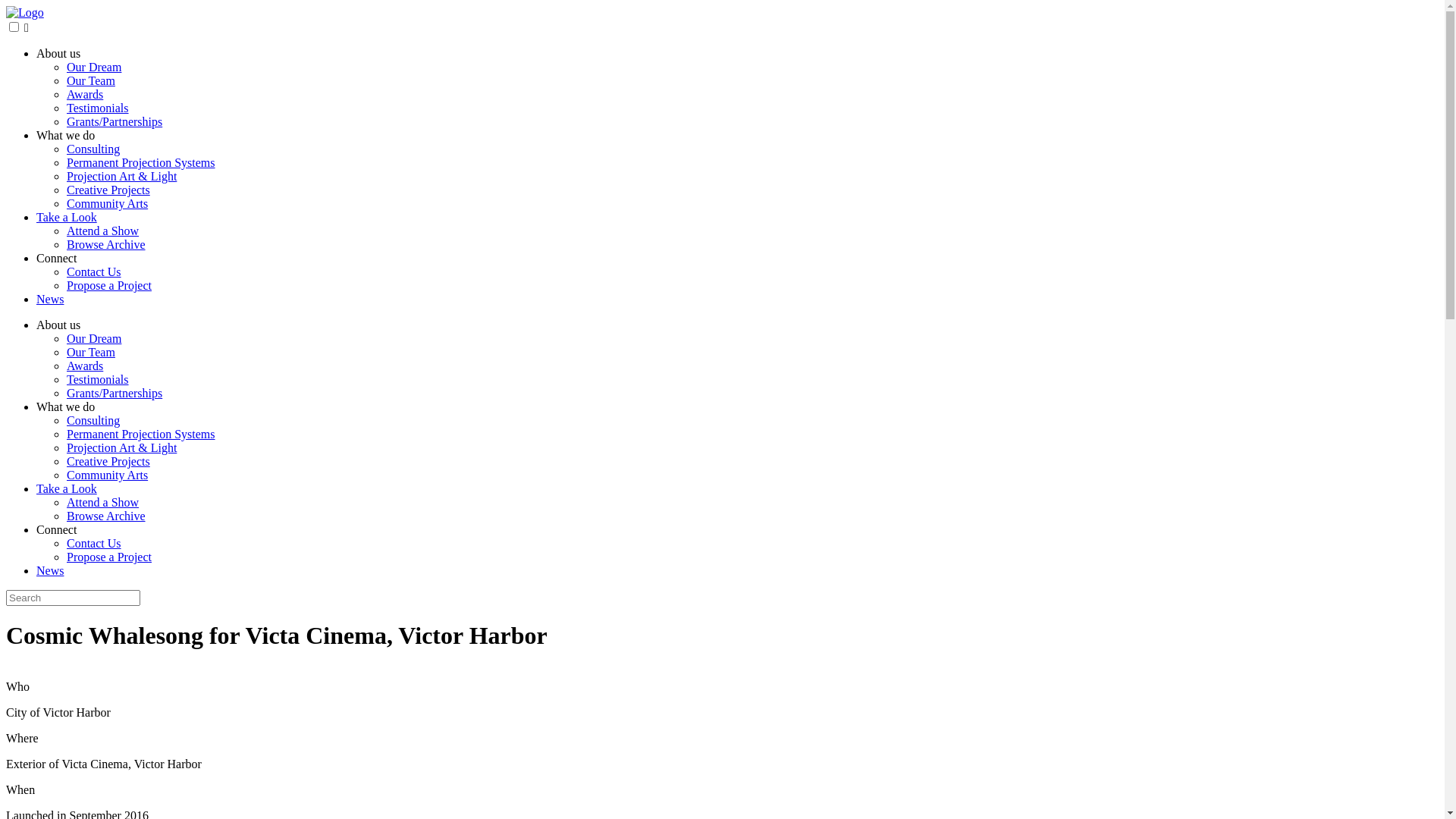 This screenshot has width=1456, height=819. What do you see at coordinates (56, 529) in the screenshot?
I see `'Connect'` at bounding box center [56, 529].